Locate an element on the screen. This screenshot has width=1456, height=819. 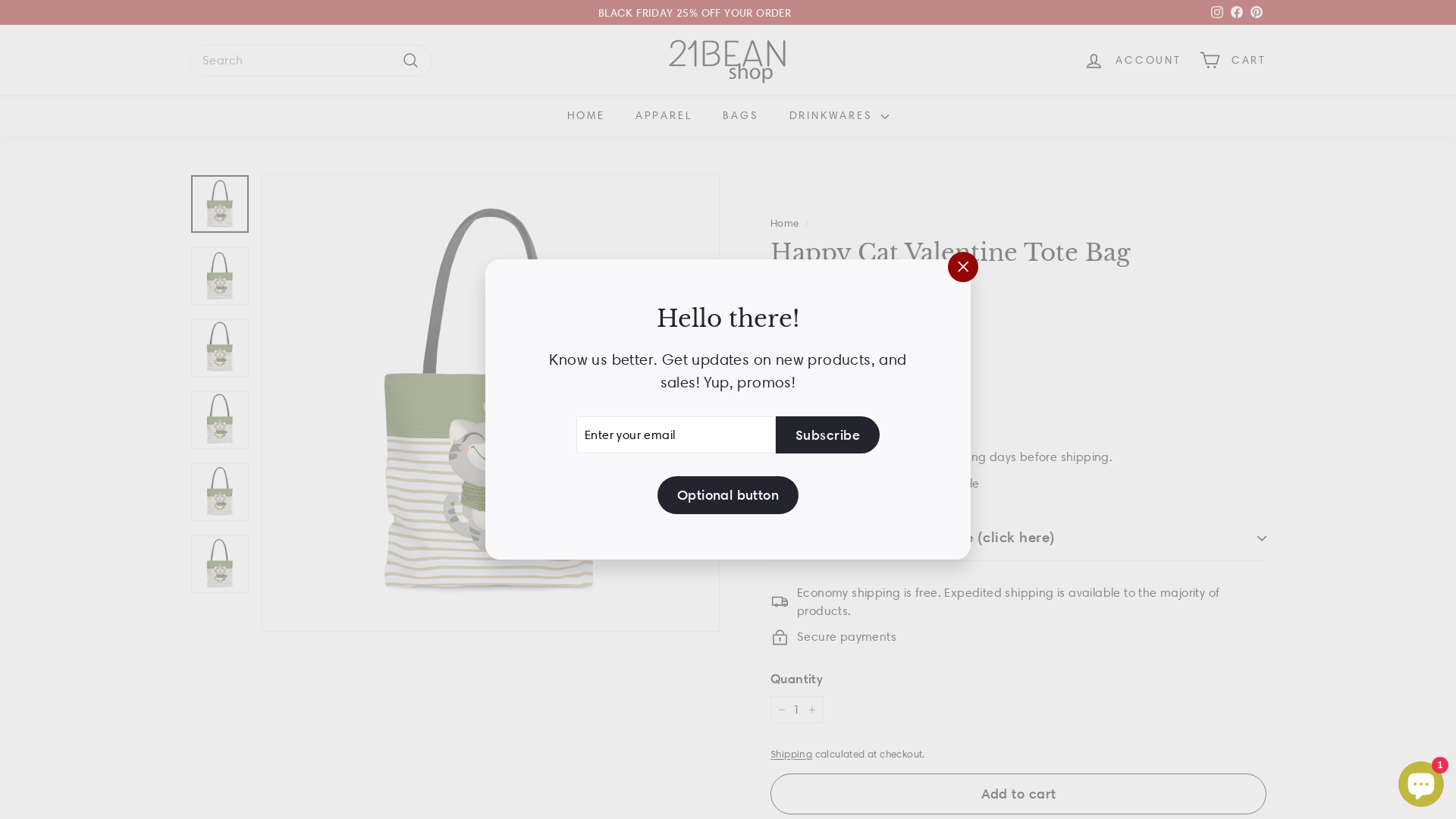
'Shopify online store chat' is located at coordinates (1420, 780).